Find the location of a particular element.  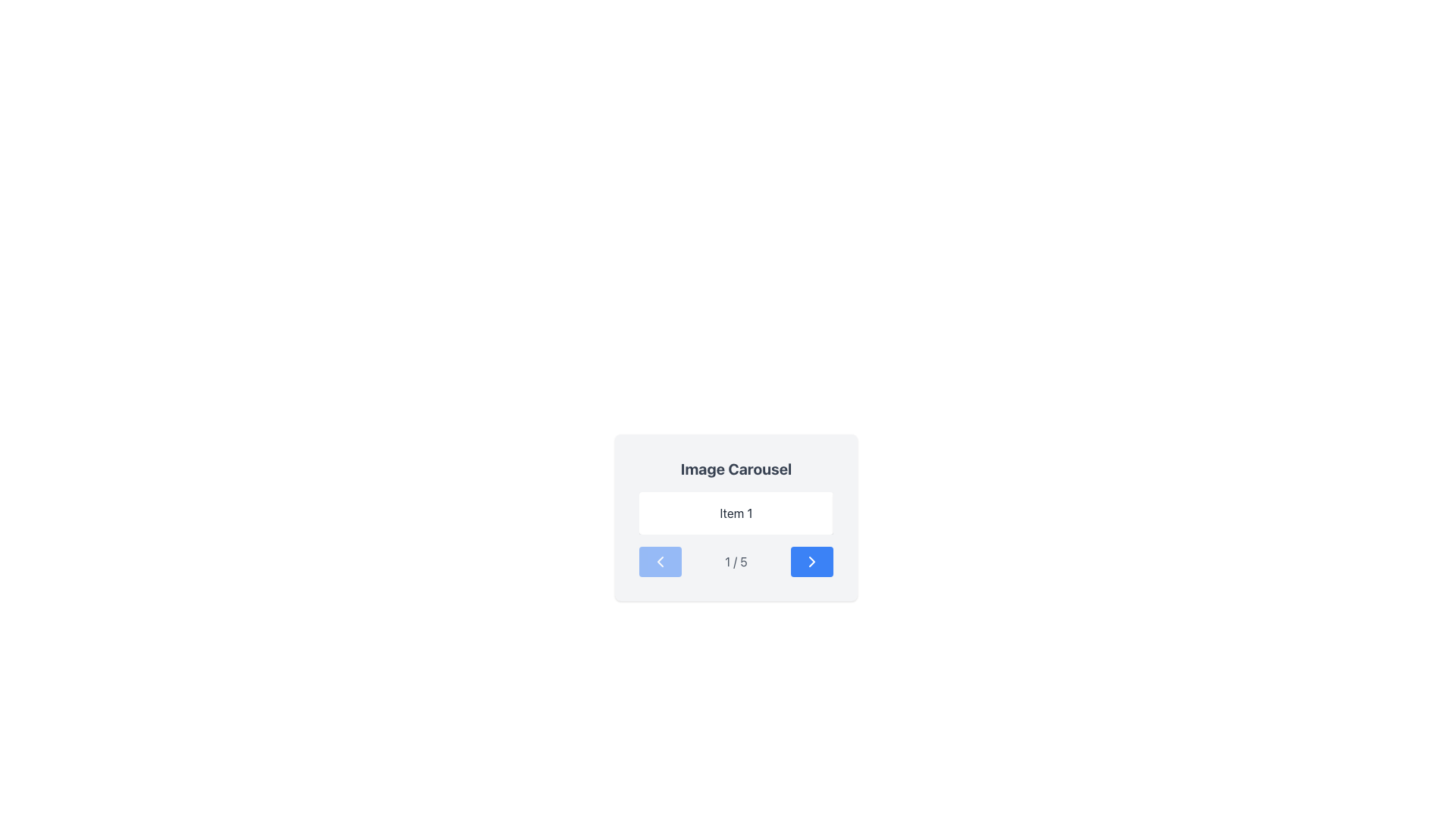

the static text label that indicates the currently displayed item in the carousel, located below the 'Image Carousel' label and above the navigation controls is located at coordinates (736, 513).